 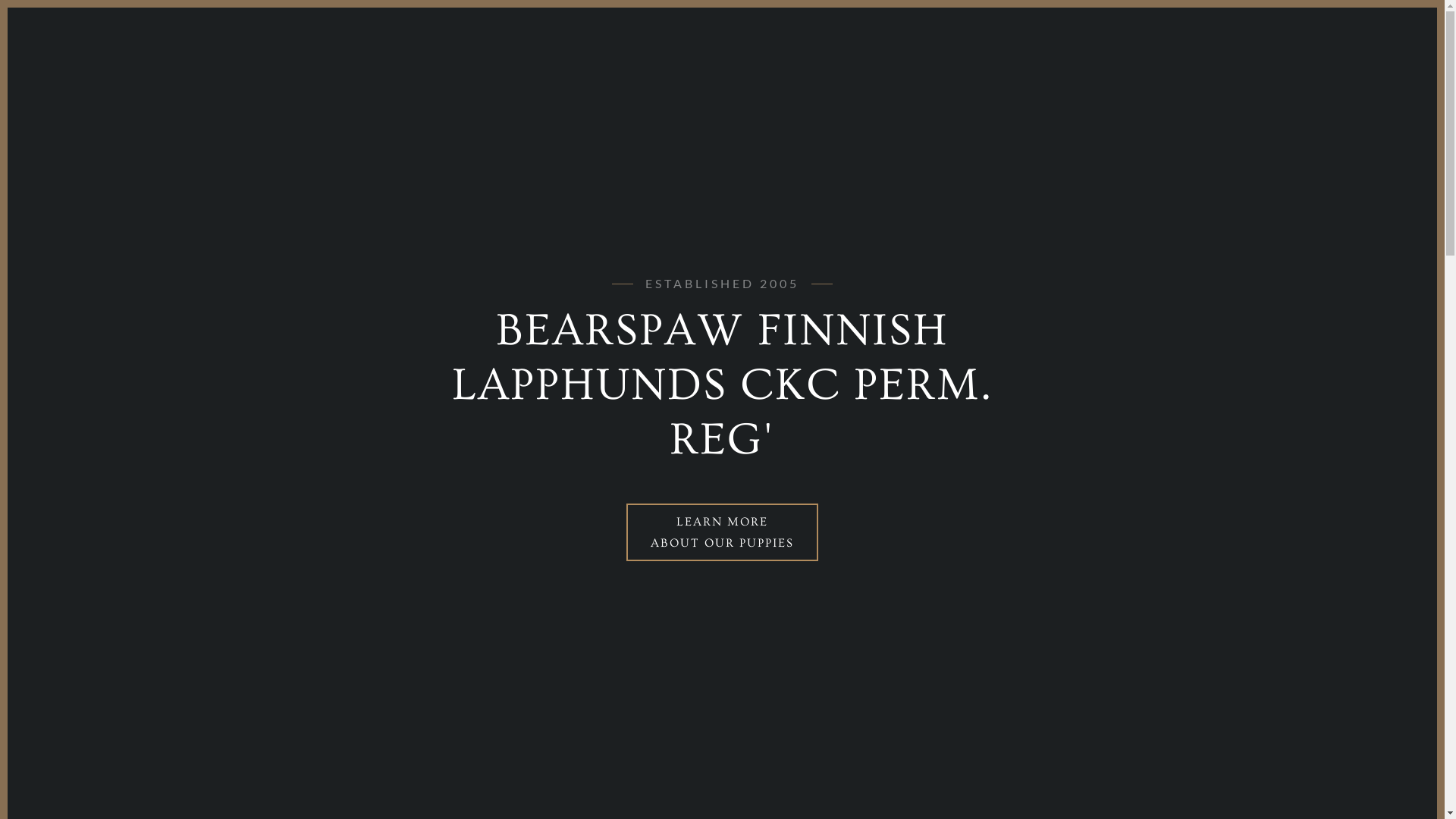 I want to click on 'LEARN MORE, so click(x=721, y=532).